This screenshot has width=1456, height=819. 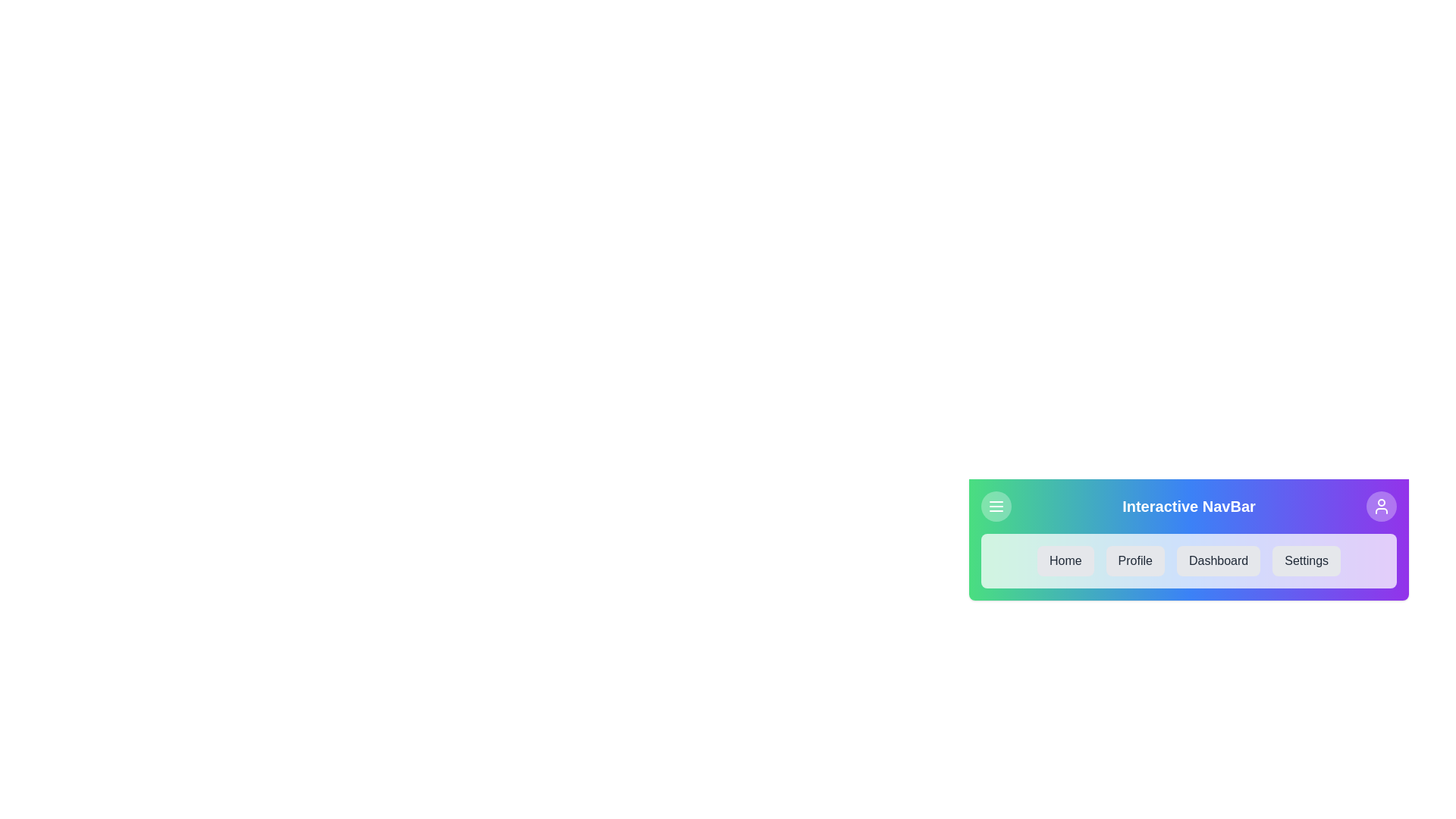 I want to click on the navigation link labeled Profile, so click(x=1135, y=561).